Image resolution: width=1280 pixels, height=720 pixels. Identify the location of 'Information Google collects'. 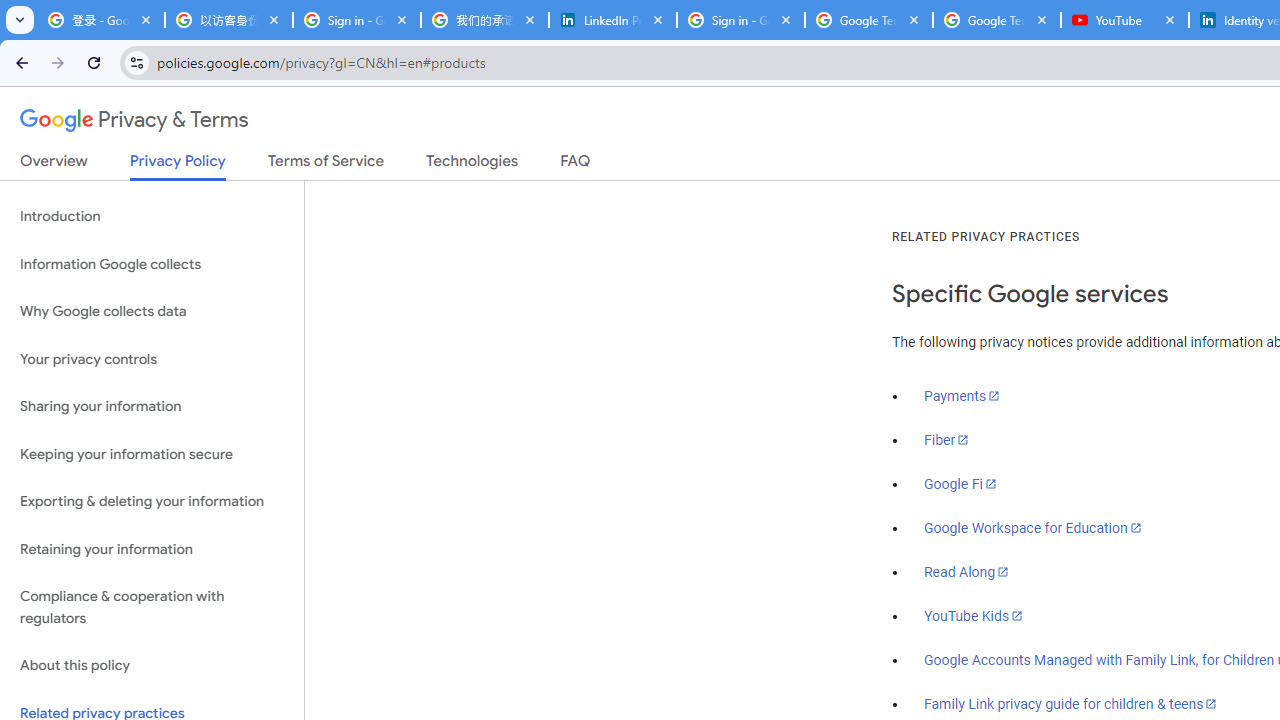
(151, 263).